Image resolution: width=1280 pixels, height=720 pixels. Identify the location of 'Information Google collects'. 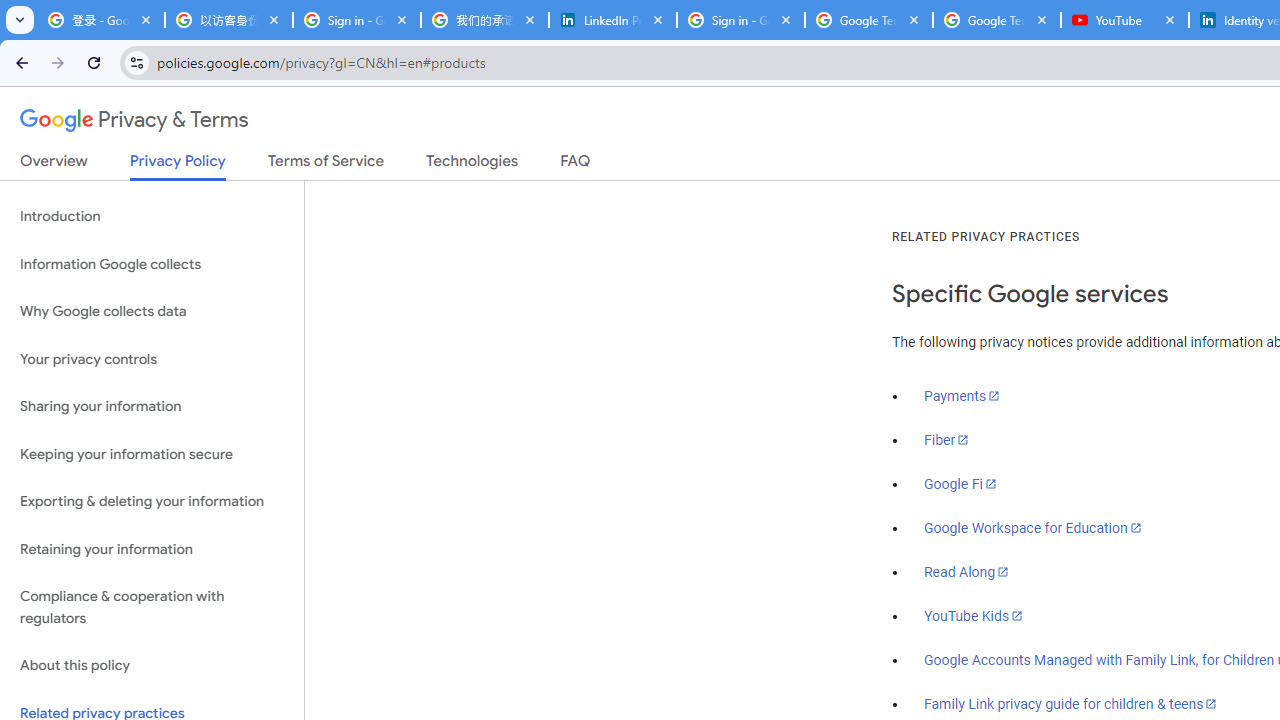
(151, 263).